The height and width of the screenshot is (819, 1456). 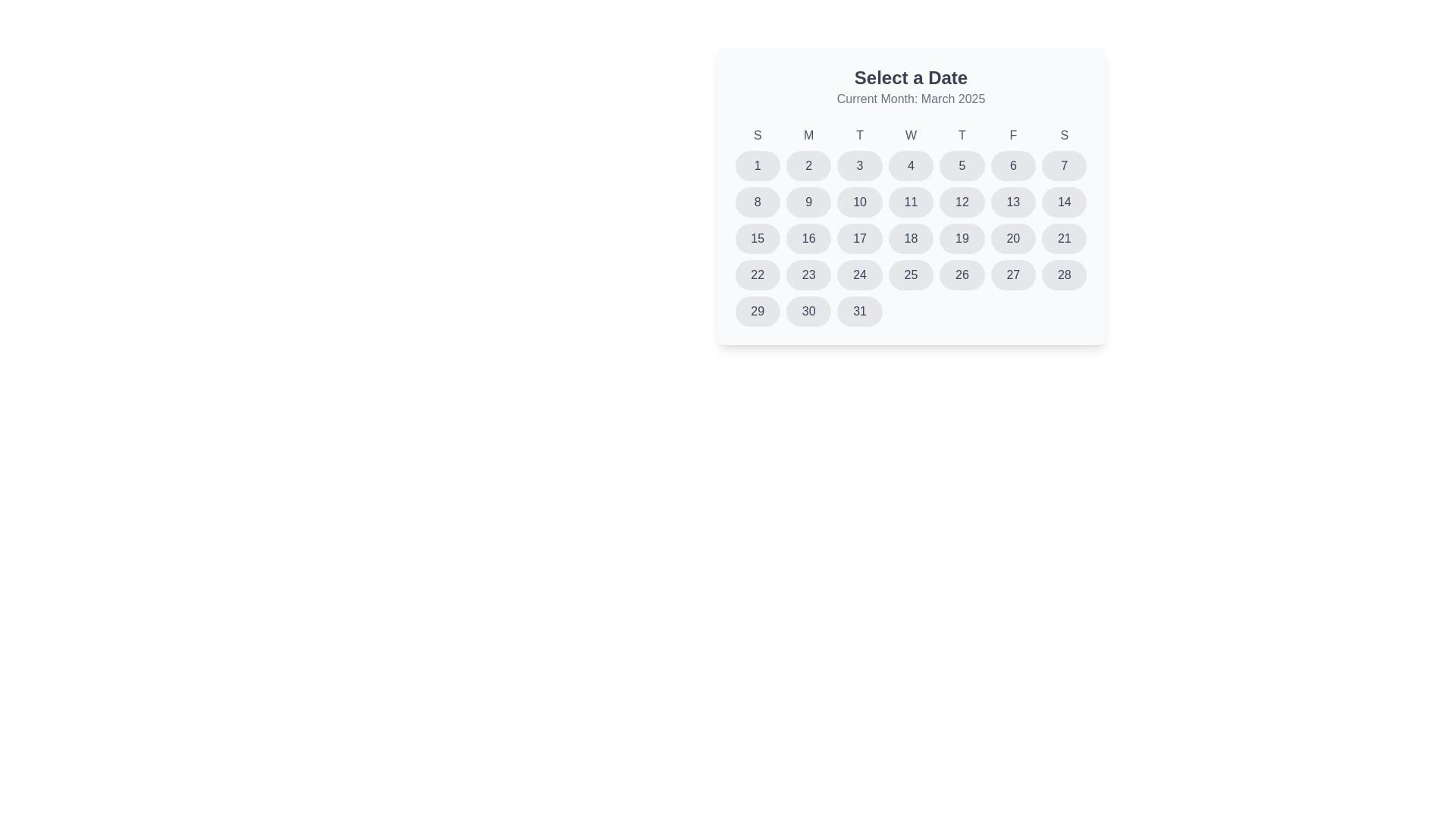 I want to click on the circular button labeled '4' with a light gray background located in the first row of the date grid below the weekday labels, so click(x=910, y=166).